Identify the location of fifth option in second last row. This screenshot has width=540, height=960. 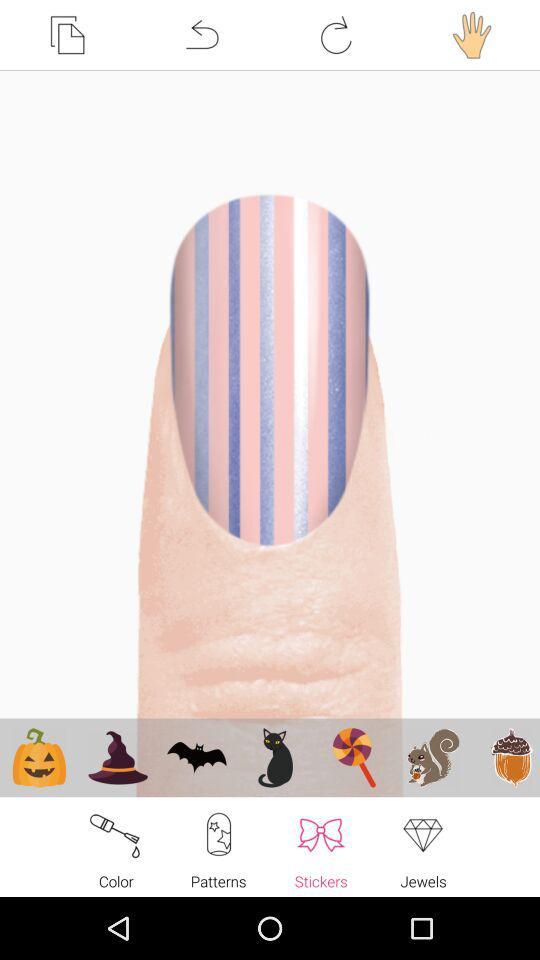
(353, 756).